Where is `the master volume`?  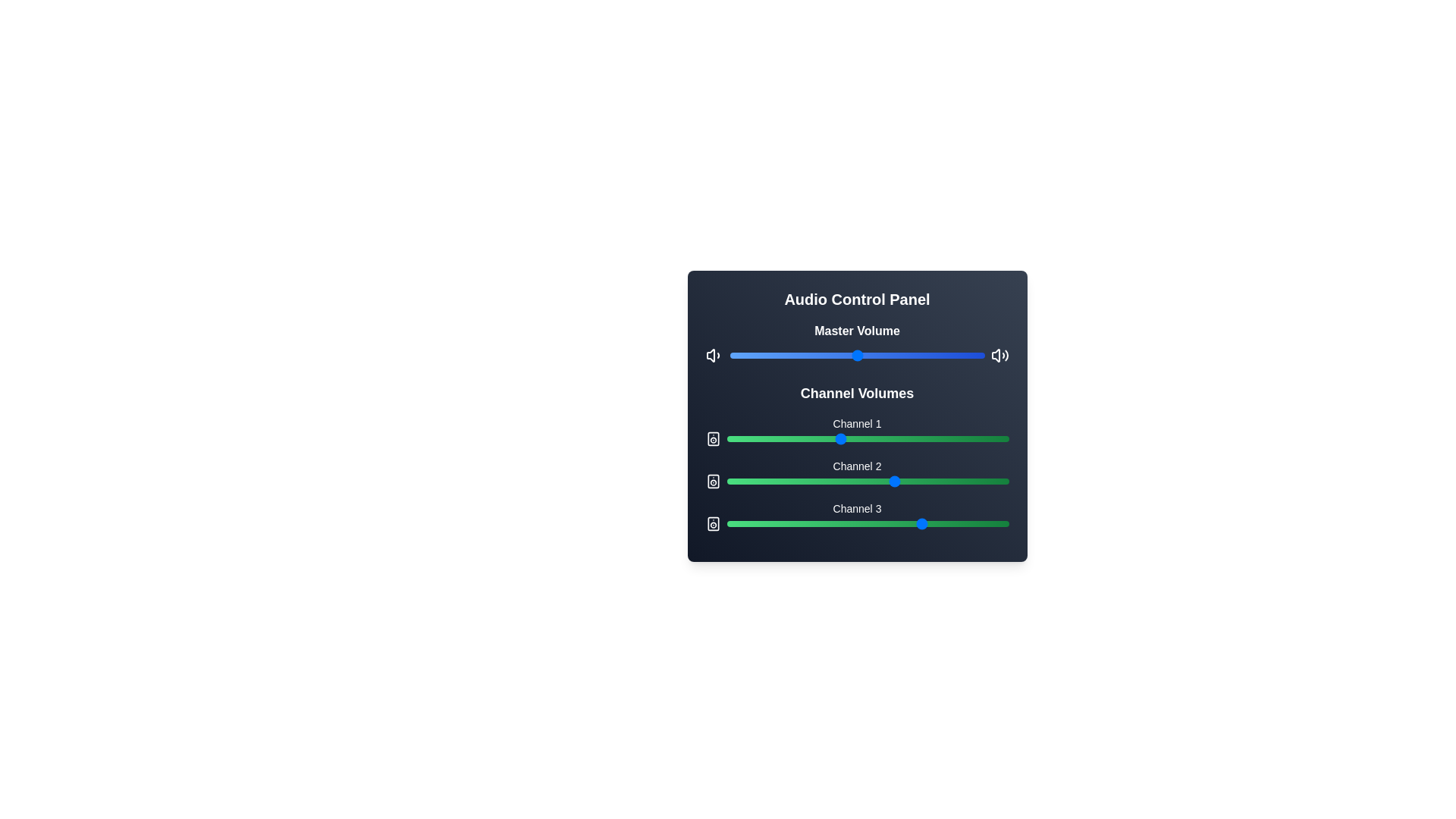
the master volume is located at coordinates (767, 356).